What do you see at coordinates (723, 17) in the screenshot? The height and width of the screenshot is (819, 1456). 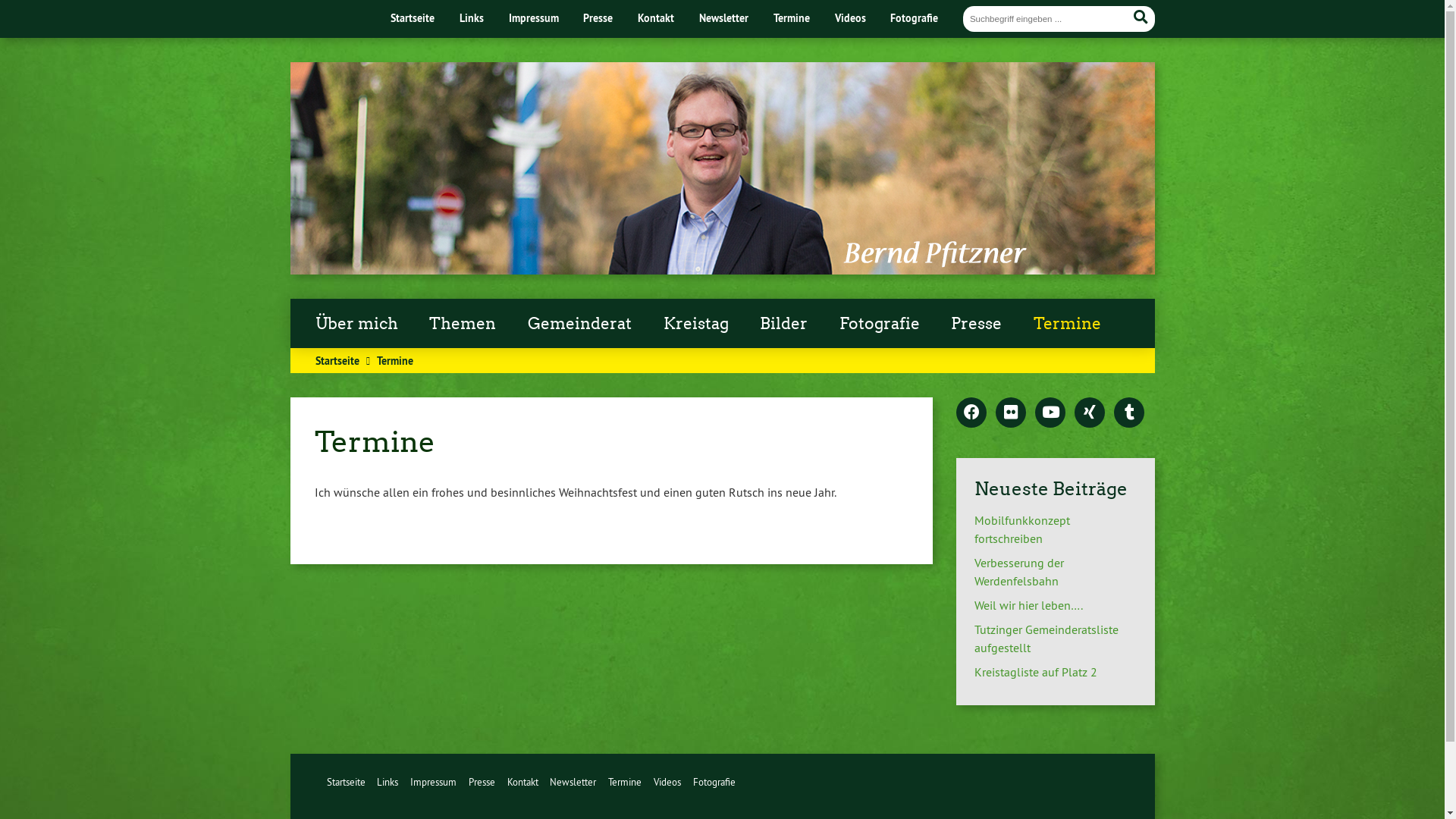 I see `'Newsletter'` at bounding box center [723, 17].